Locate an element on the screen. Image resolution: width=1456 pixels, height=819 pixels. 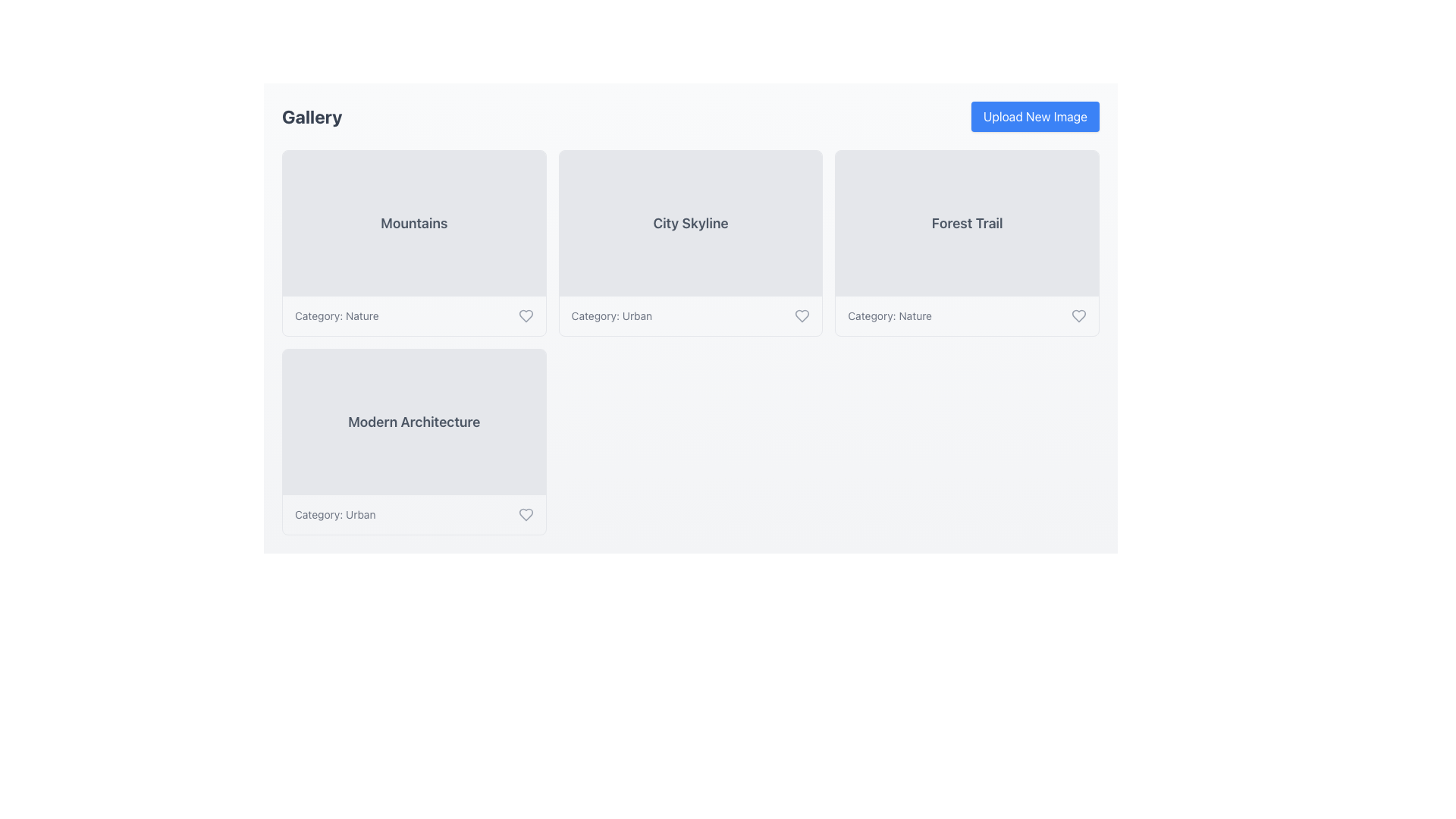
the category label located in the rightmost card of the second row, positioned towards the bottom and slightly left of the horizontal center, which is for informational purposes only is located at coordinates (890, 315).